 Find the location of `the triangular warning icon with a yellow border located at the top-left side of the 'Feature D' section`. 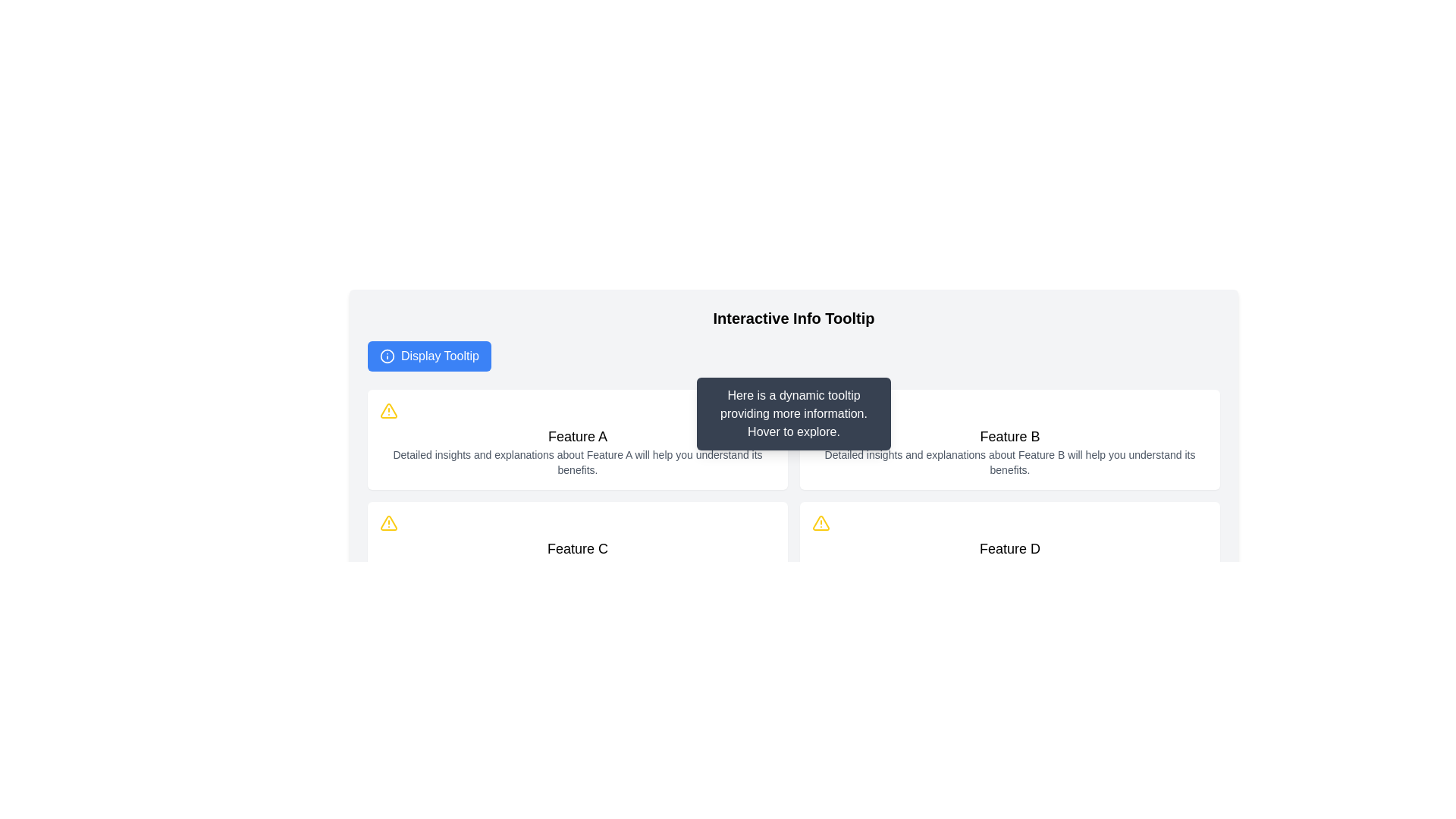

the triangular warning icon with a yellow border located at the top-left side of the 'Feature D' section is located at coordinates (821, 522).